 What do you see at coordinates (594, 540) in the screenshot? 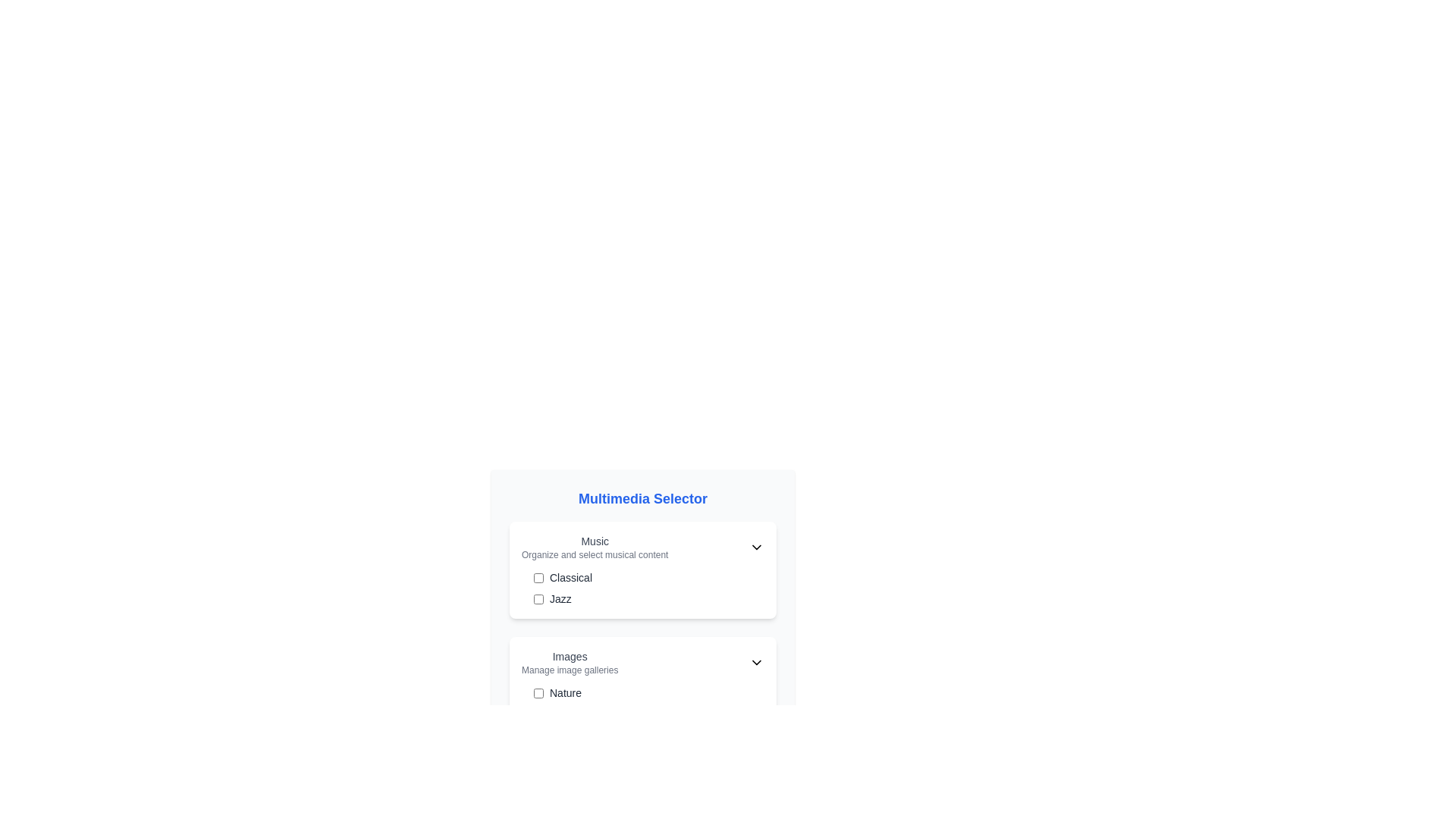
I see `the 'Music' text label, which is displayed in a small font size with a medium-weight typeface, centrally aligned above the subtitle 'Organize and select musical content'` at bounding box center [594, 540].